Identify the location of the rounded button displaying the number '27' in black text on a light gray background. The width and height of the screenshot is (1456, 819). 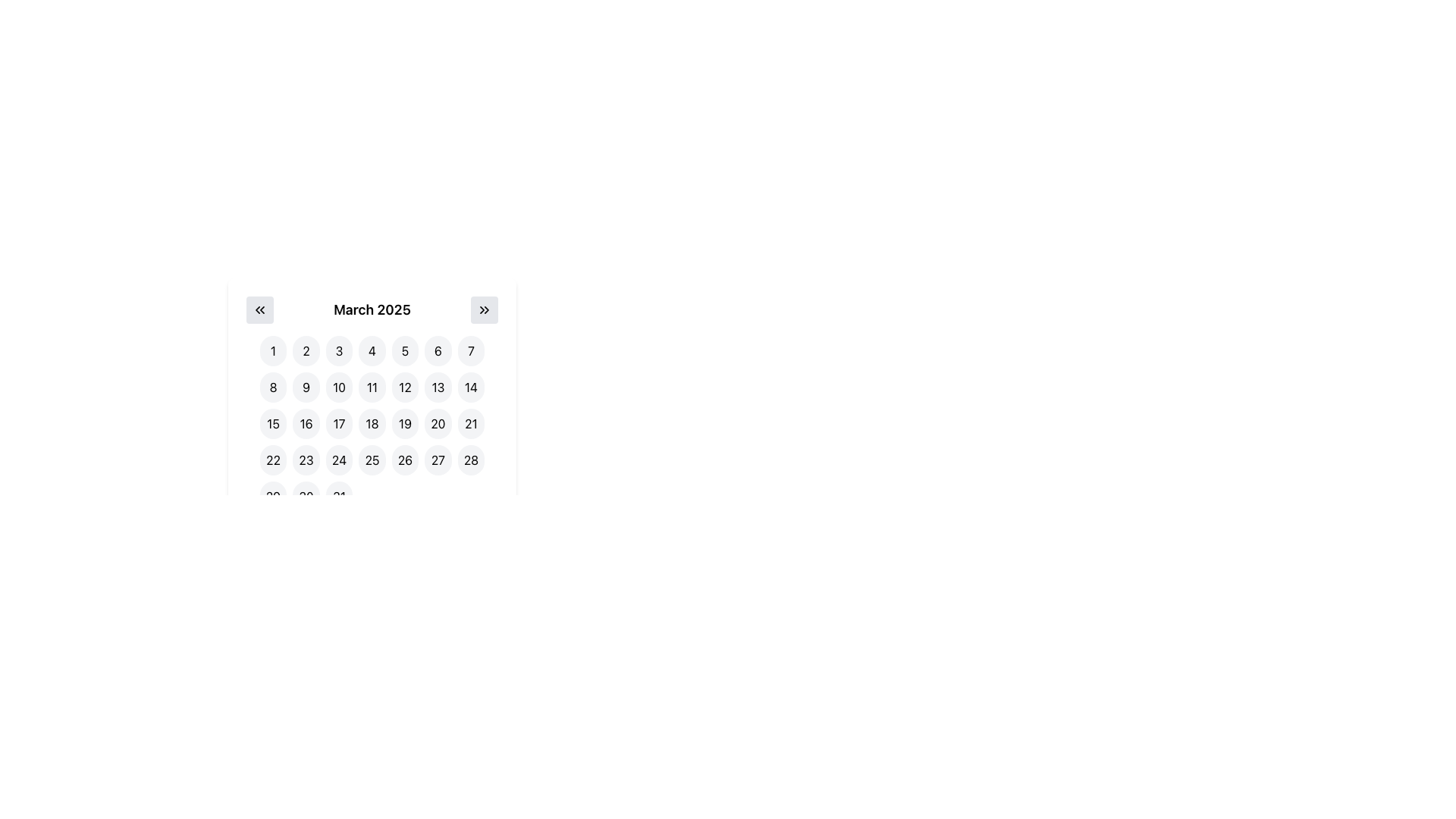
(437, 459).